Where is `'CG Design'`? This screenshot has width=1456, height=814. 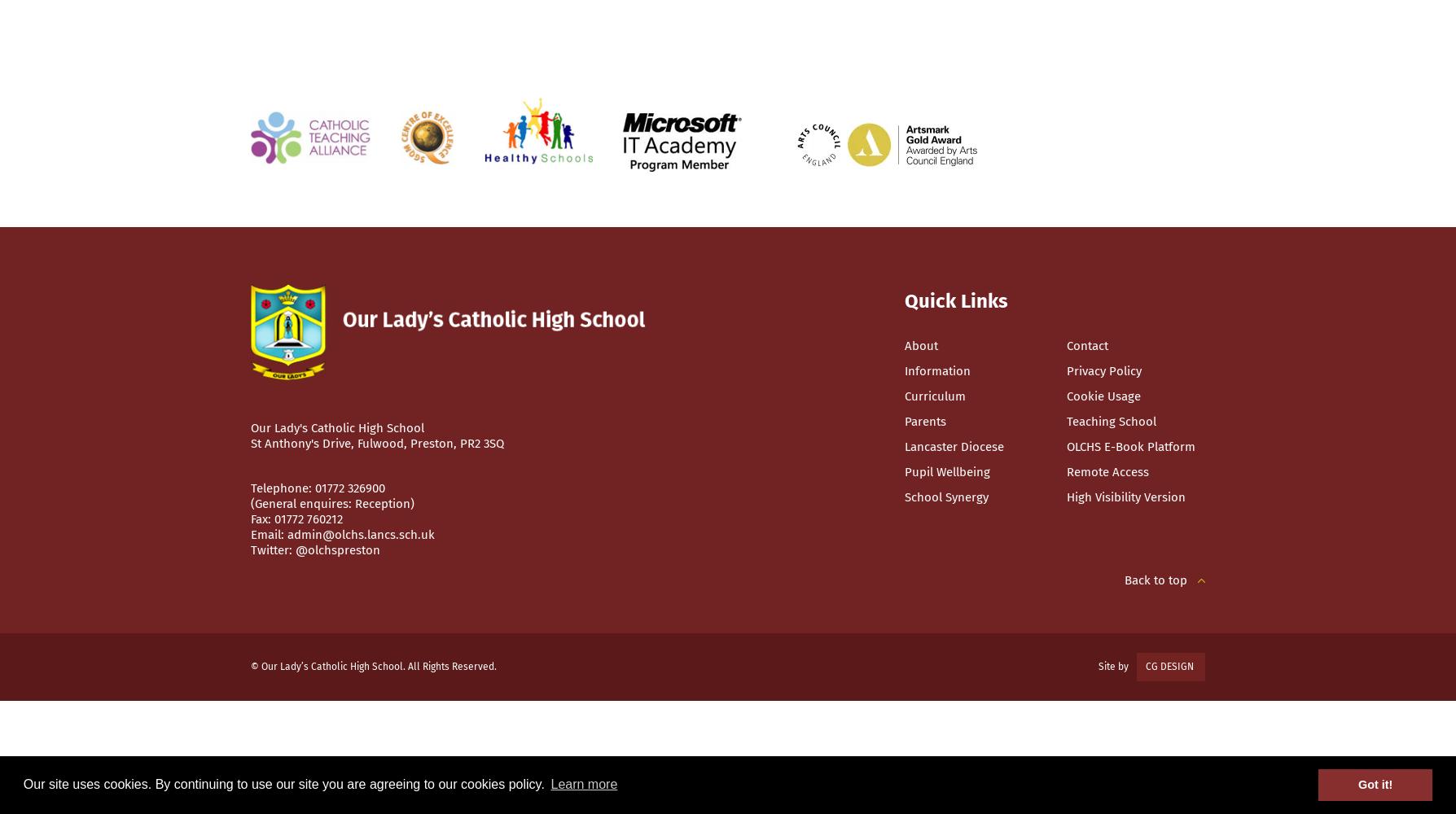
'CG Design' is located at coordinates (1169, 666).